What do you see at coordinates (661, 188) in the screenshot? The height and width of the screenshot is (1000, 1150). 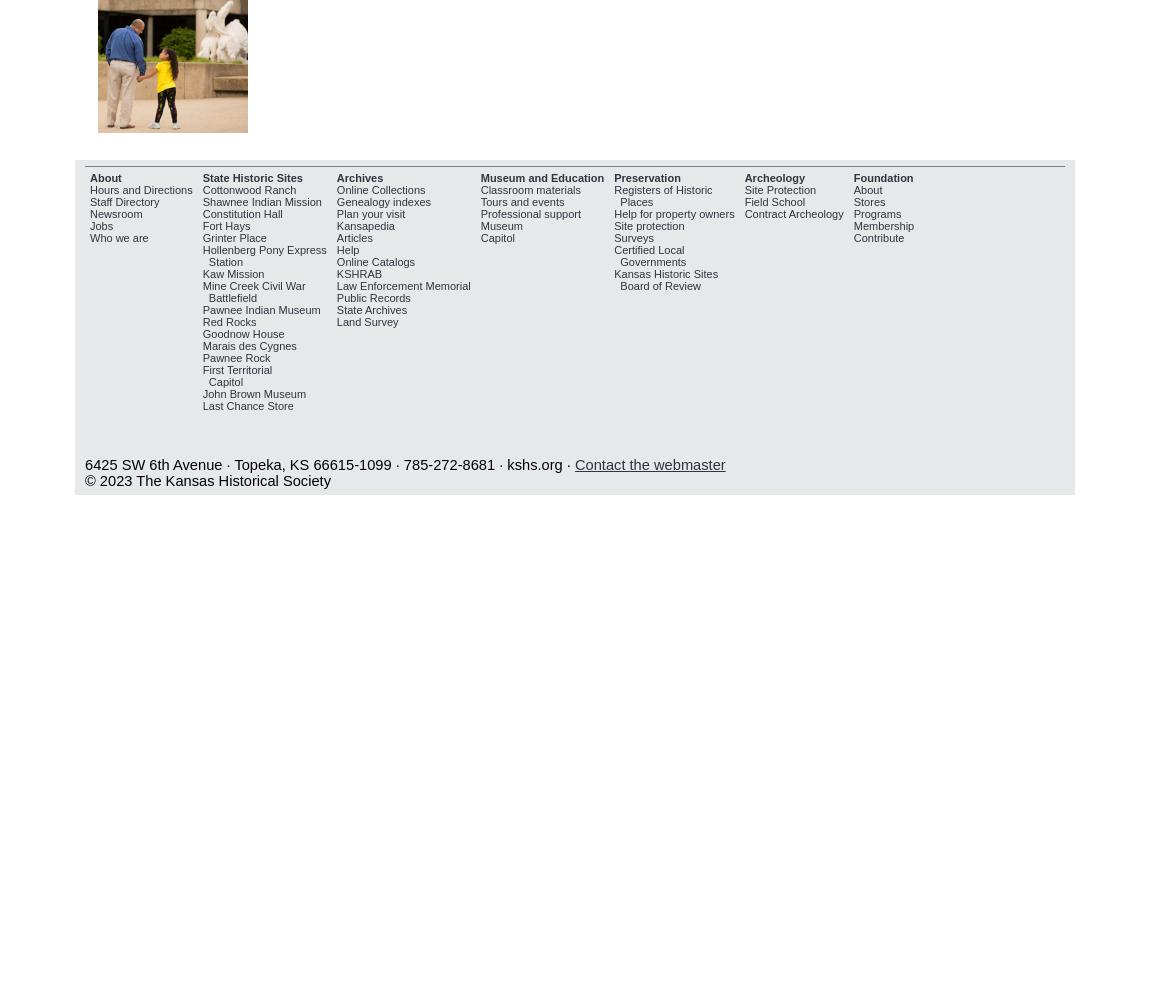 I see `'Registers of Historic'` at bounding box center [661, 188].